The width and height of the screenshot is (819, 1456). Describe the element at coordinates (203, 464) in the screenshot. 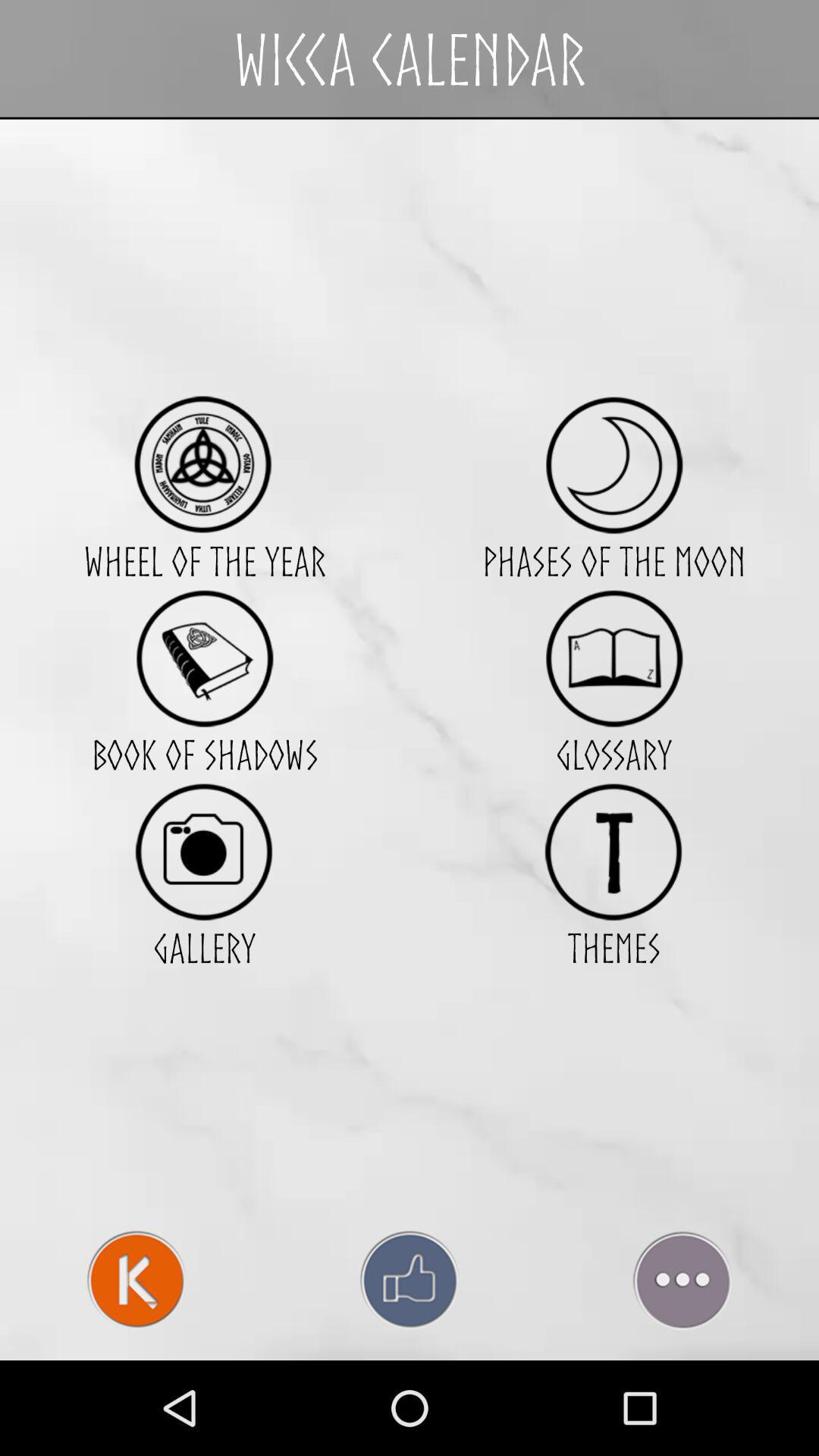

I see `item to the left of the phases of the item` at that location.